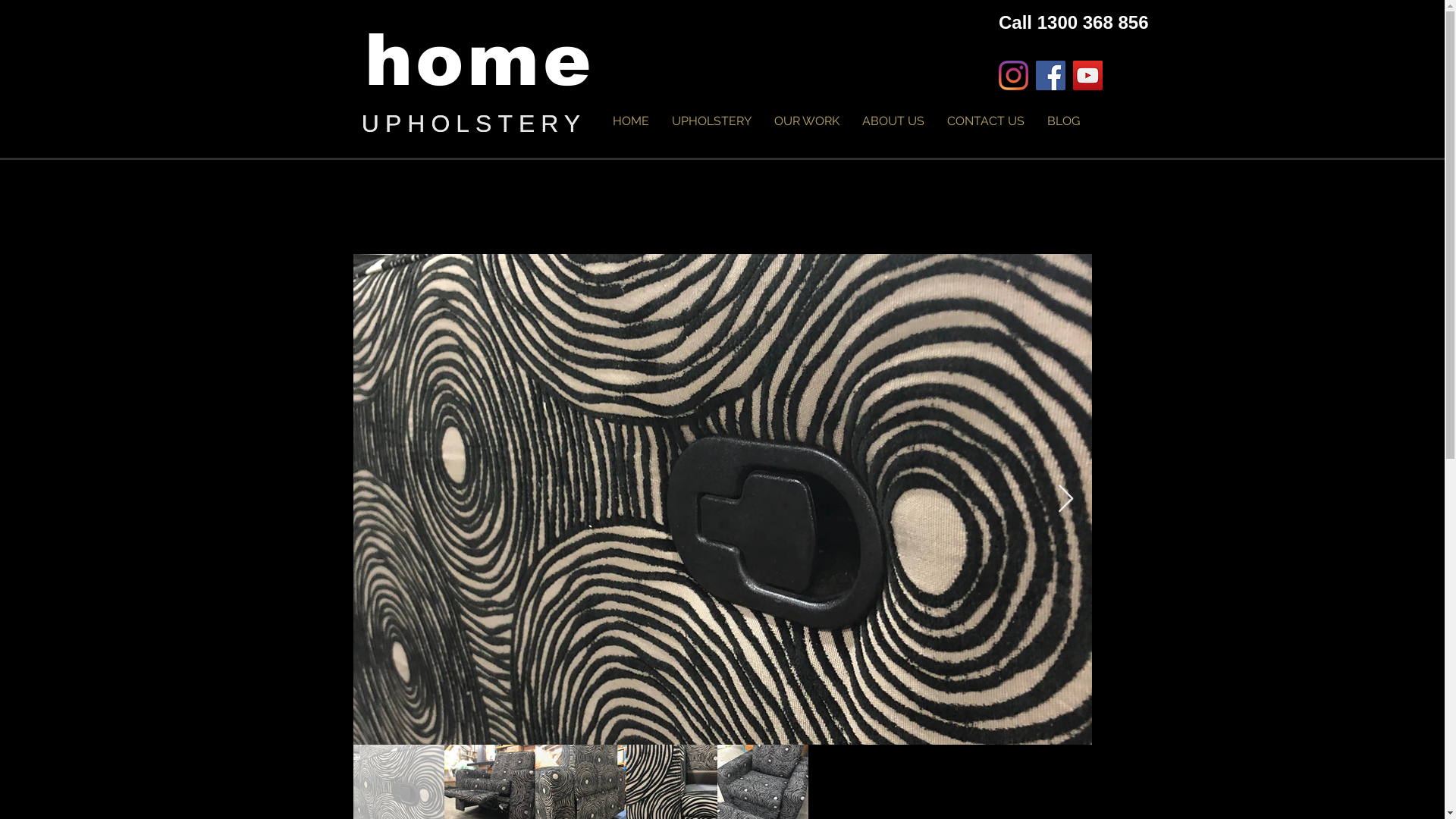 The image size is (1456, 819). Describe the element at coordinates (986, 120) in the screenshot. I see `'CONTACT US'` at that location.